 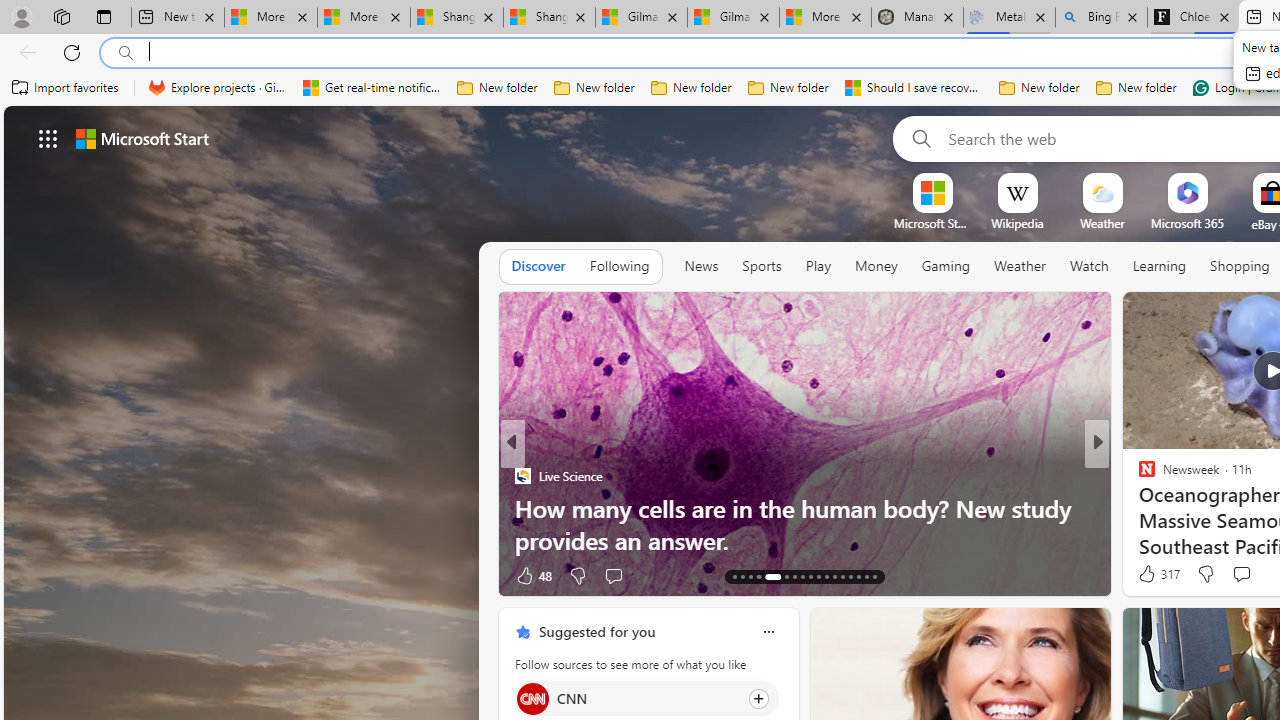 I want to click on 'Gilma and Hector both pose tropical trouble for Hawaii', so click(x=732, y=17).